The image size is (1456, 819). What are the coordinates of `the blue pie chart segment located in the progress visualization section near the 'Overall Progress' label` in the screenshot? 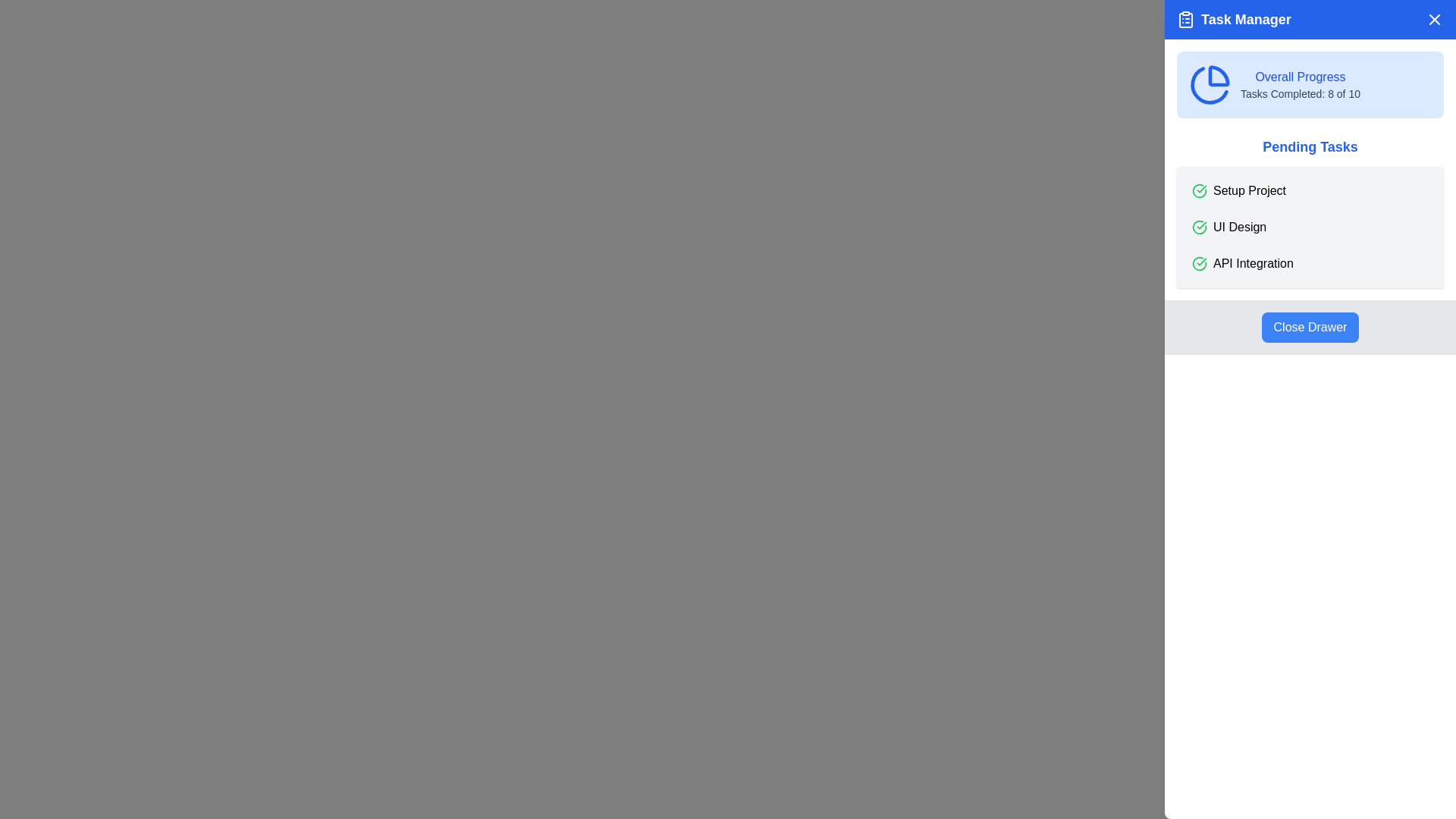 It's located at (1209, 85).